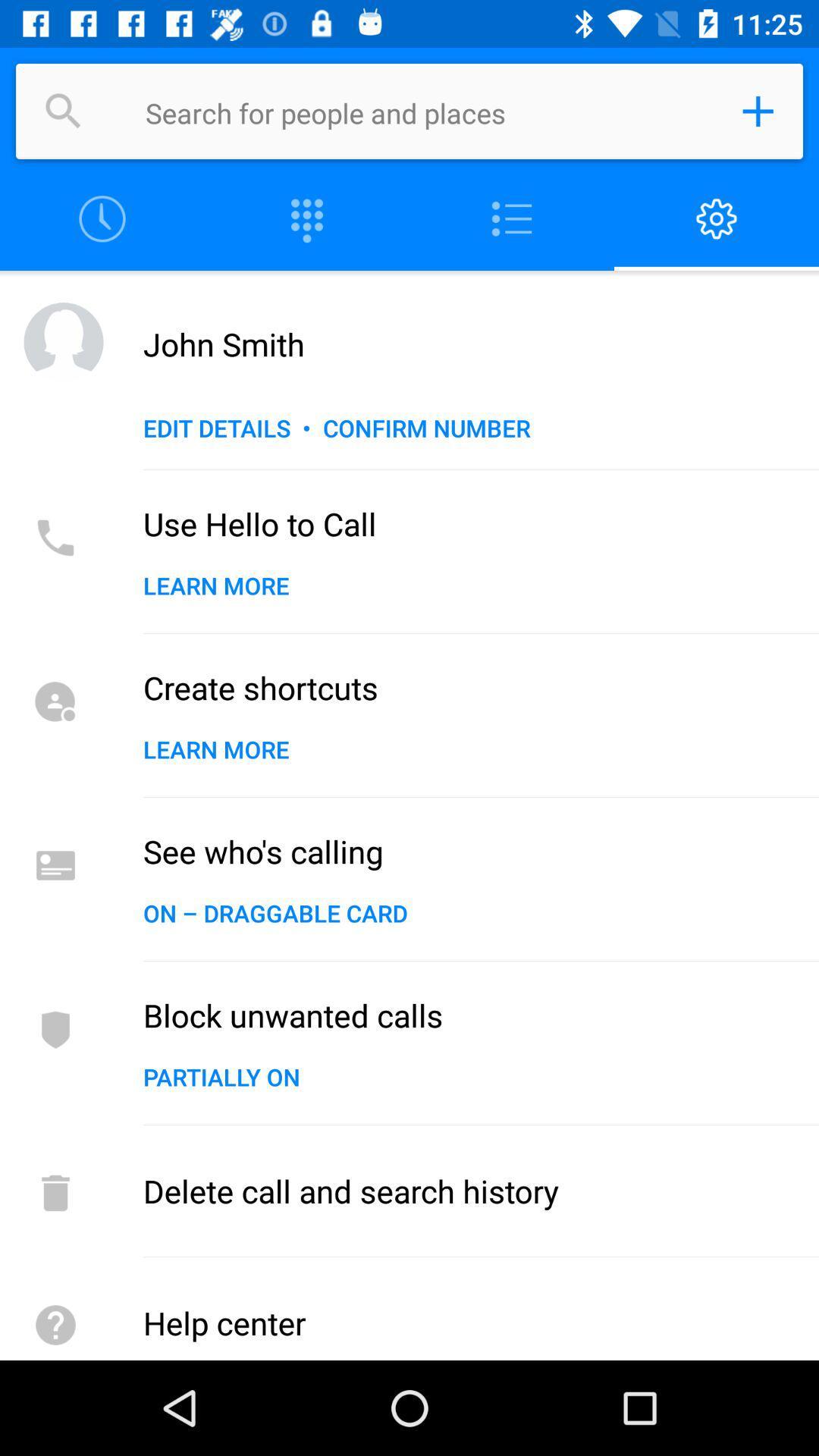 The height and width of the screenshot is (1456, 819). I want to click on the add icon, so click(758, 111).